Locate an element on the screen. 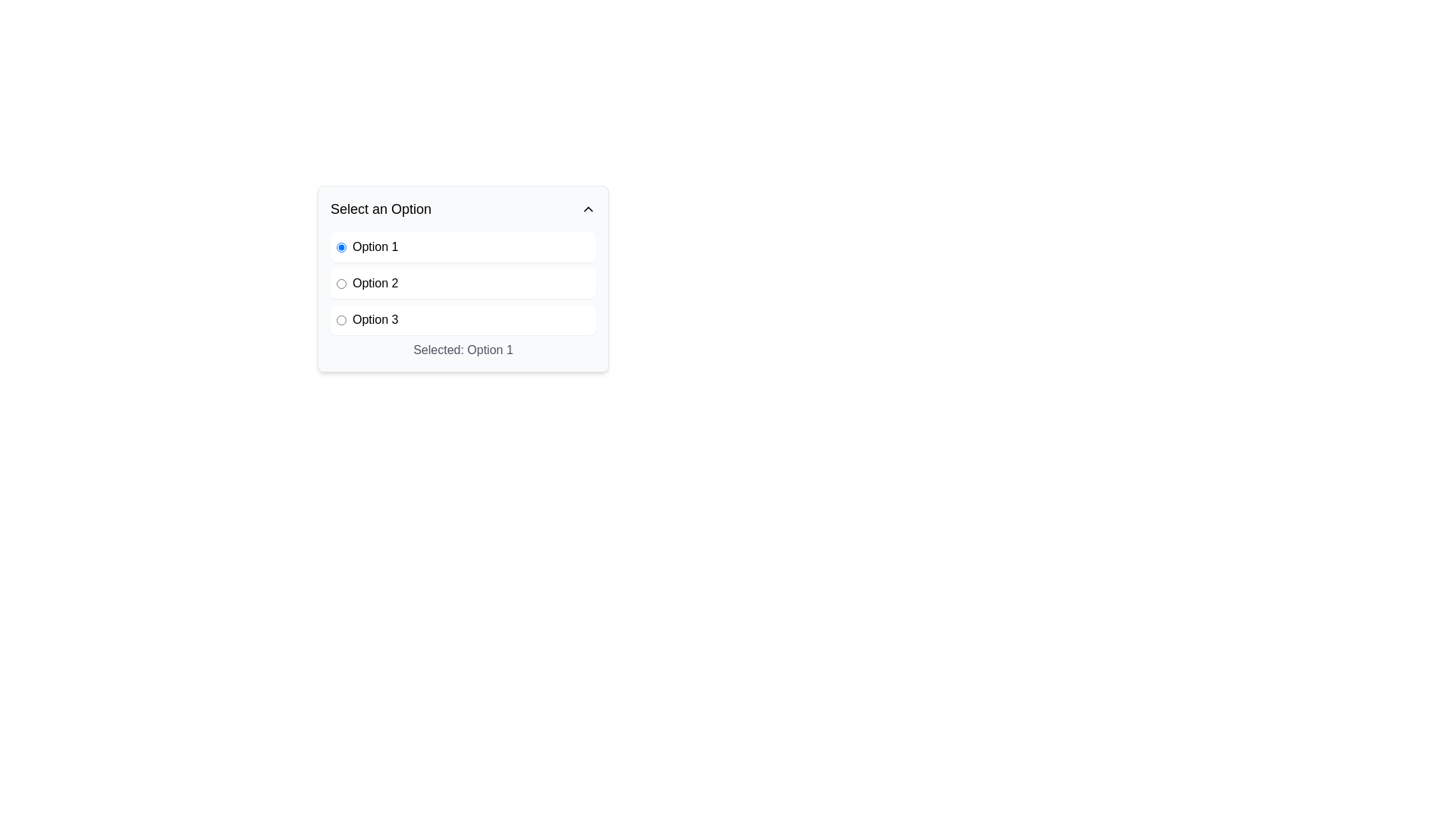 Image resolution: width=1456 pixels, height=819 pixels. the radio button labeled 'Option 2' is located at coordinates (462, 284).